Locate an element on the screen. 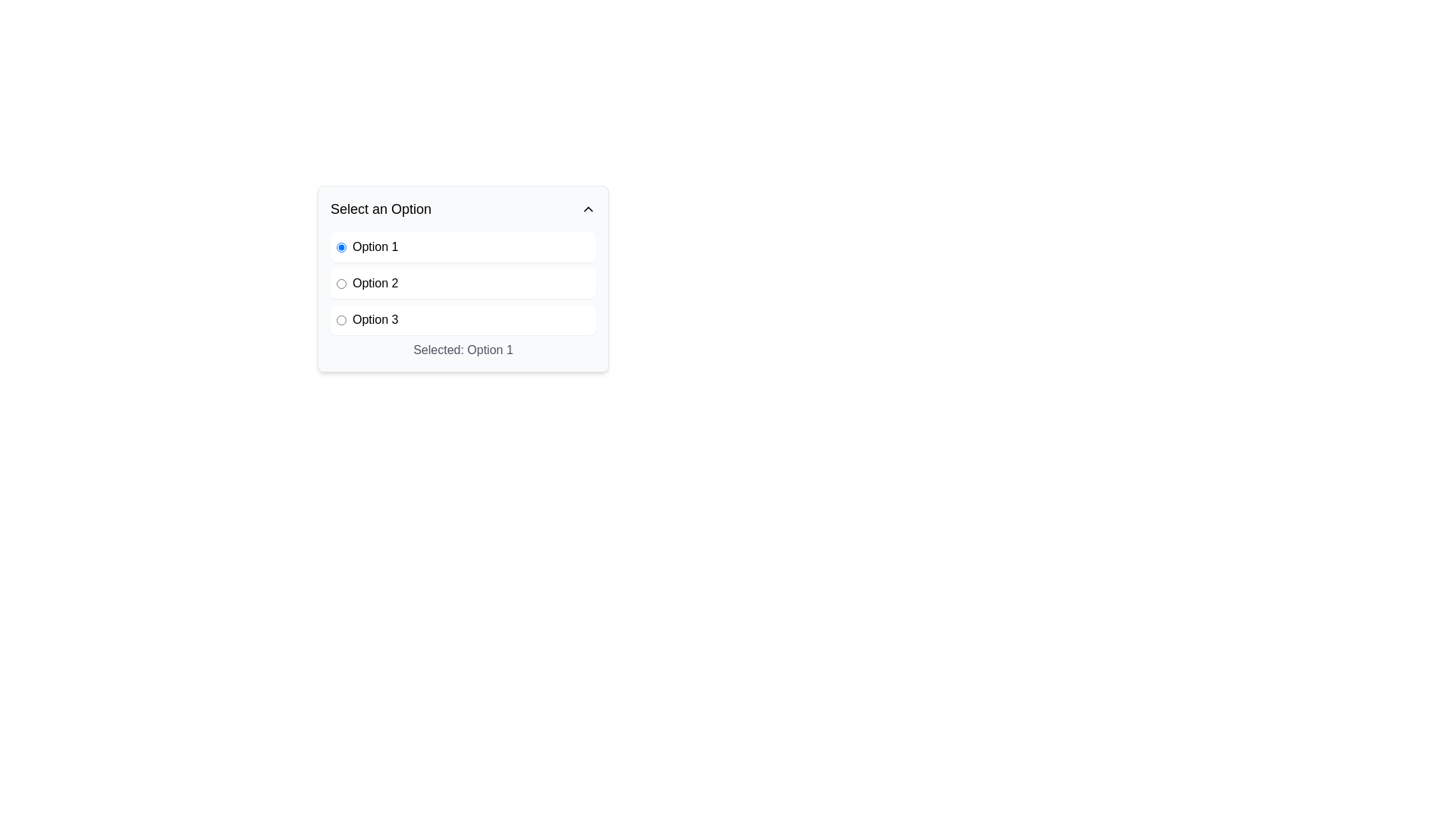 Image resolution: width=1456 pixels, height=819 pixels. the radio button labeled 'Option 2' is located at coordinates (462, 284).